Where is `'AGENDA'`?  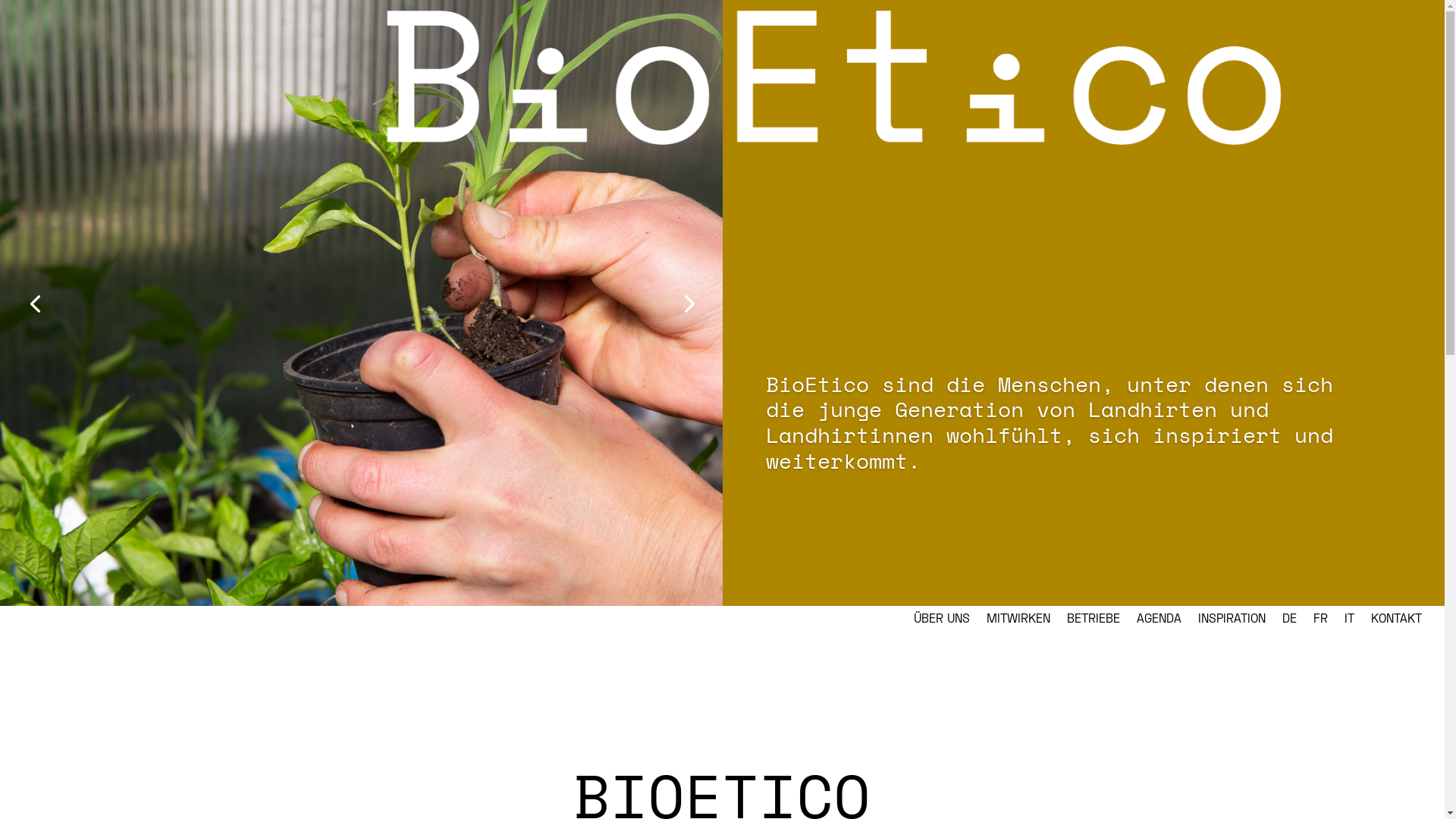 'AGENDA' is located at coordinates (1158, 620).